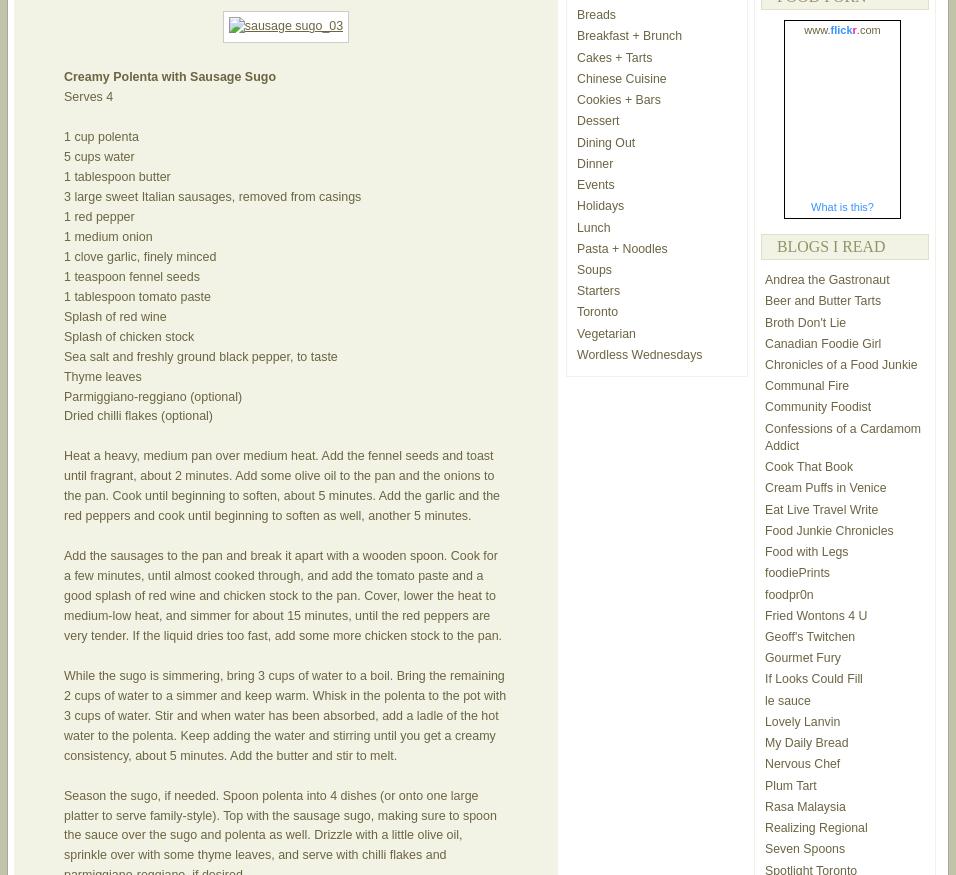 This screenshot has height=875, width=956. Describe the element at coordinates (600, 205) in the screenshot. I see `'Holidays'` at that location.